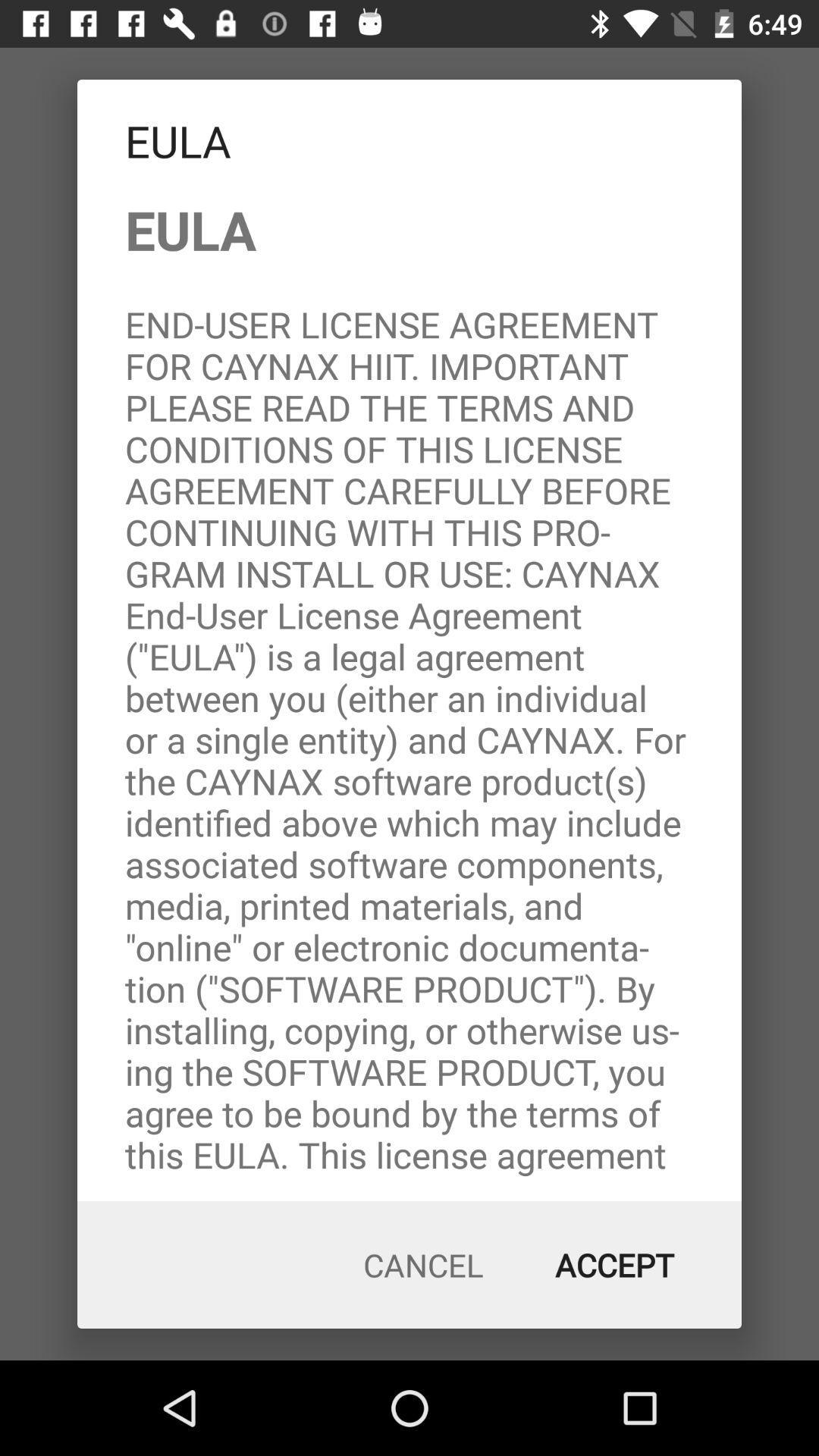 The image size is (819, 1456). What do you see at coordinates (614, 1265) in the screenshot?
I see `the item below eula end user item` at bounding box center [614, 1265].